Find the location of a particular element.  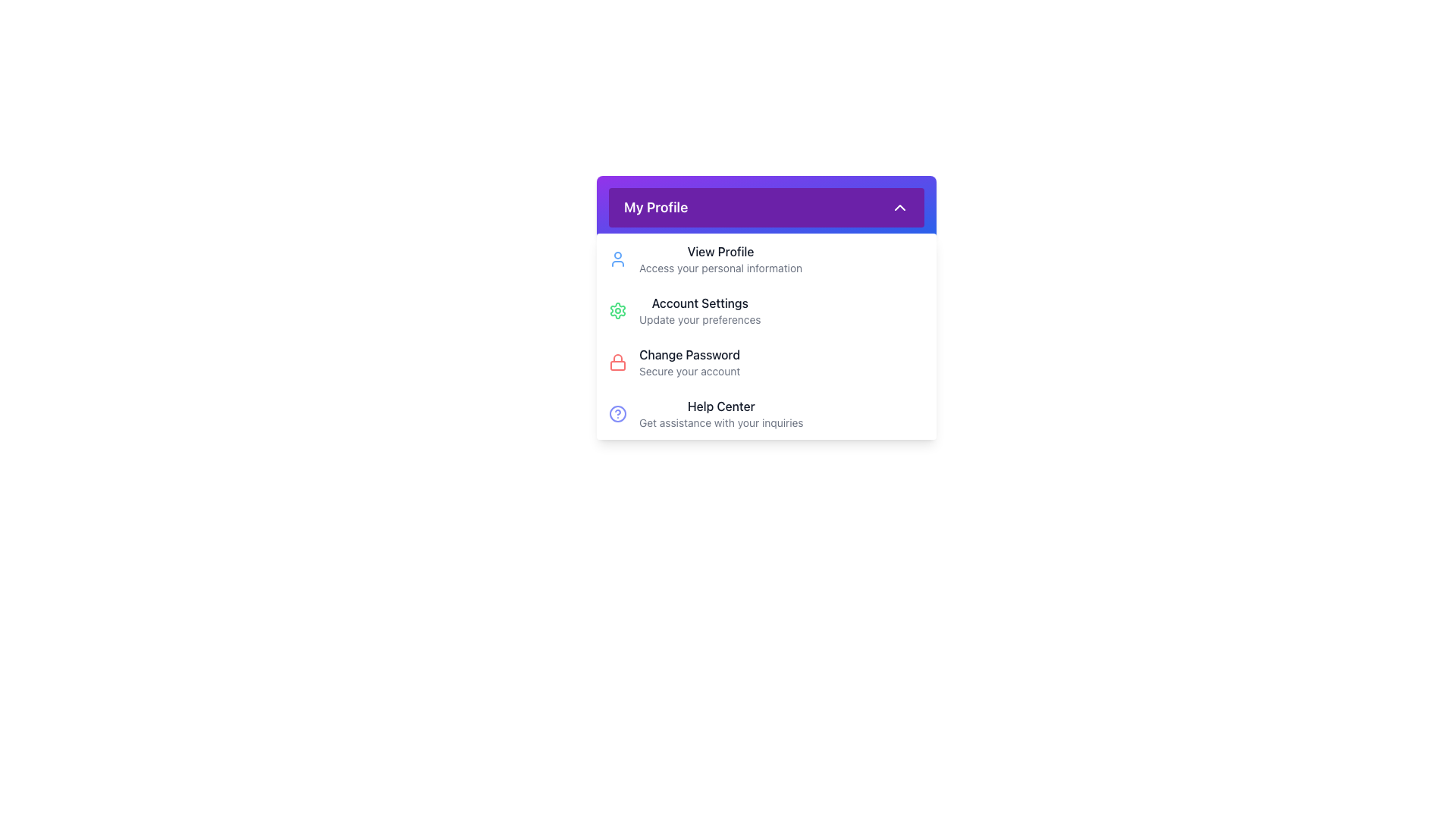

the user icon styled in blue, located to the left of the text 'View Profile' in the dropdown menu under 'My Profile' is located at coordinates (618, 259).